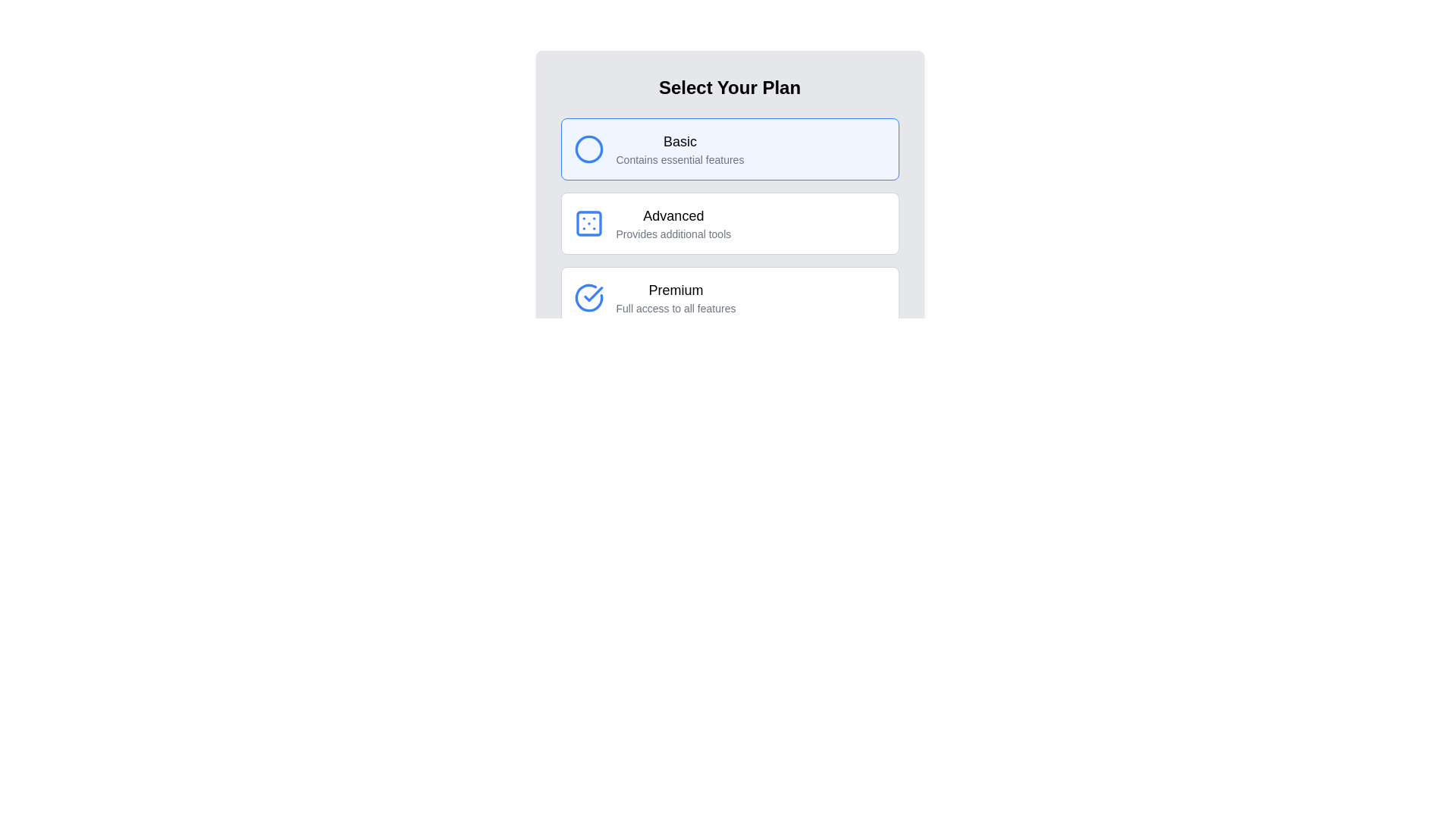  What do you see at coordinates (679, 149) in the screenshot?
I see `the 'Basic' text label which is displayed in bold above the description 'Contains essential features' within a card-like layout on a light blue background` at bounding box center [679, 149].